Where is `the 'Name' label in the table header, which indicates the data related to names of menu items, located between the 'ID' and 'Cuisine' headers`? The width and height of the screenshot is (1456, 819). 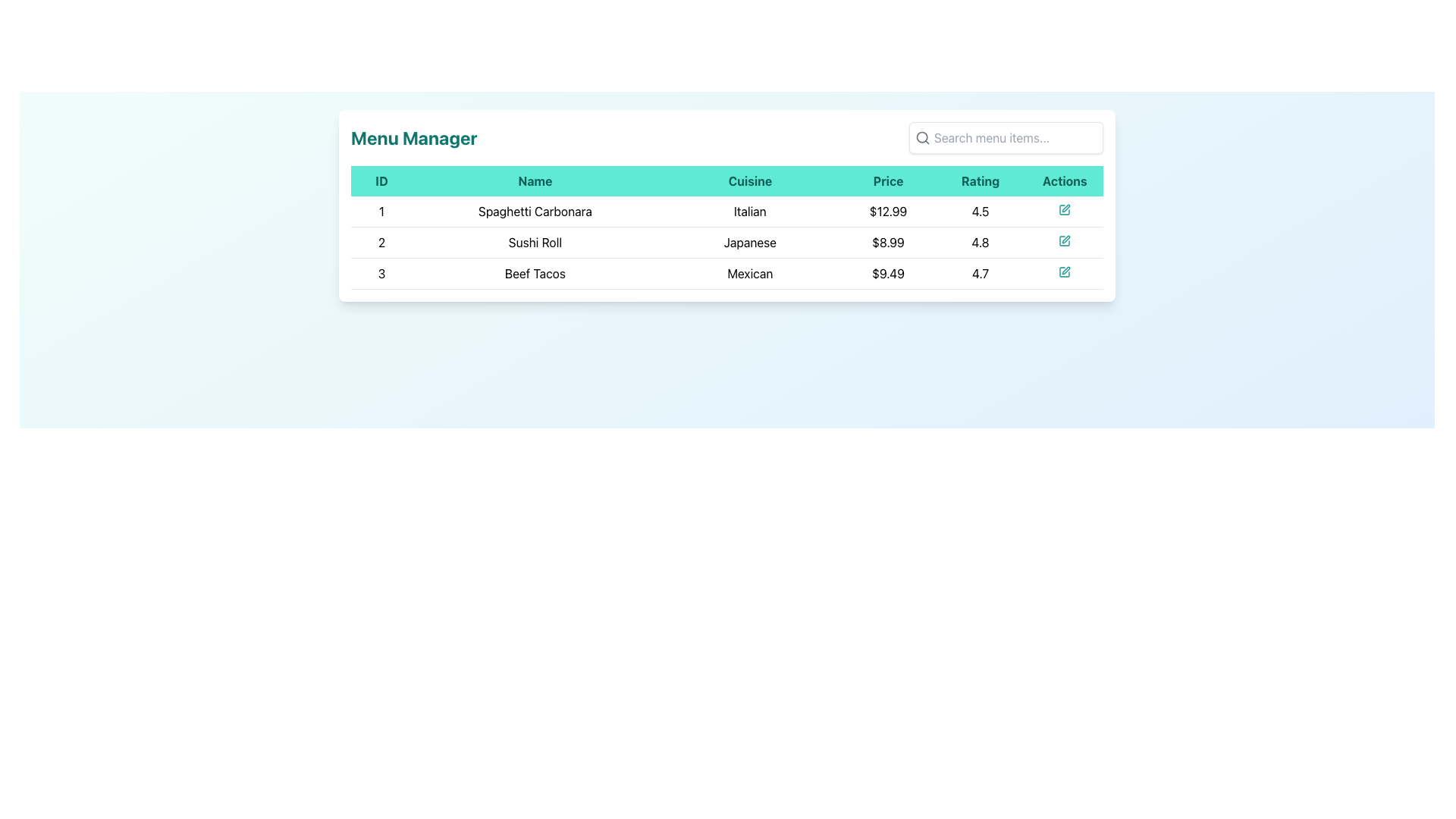
the 'Name' label in the table header, which indicates the data related to names of menu items, located between the 'ID' and 'Cuisine' headers is located at coordinates (535, 180).